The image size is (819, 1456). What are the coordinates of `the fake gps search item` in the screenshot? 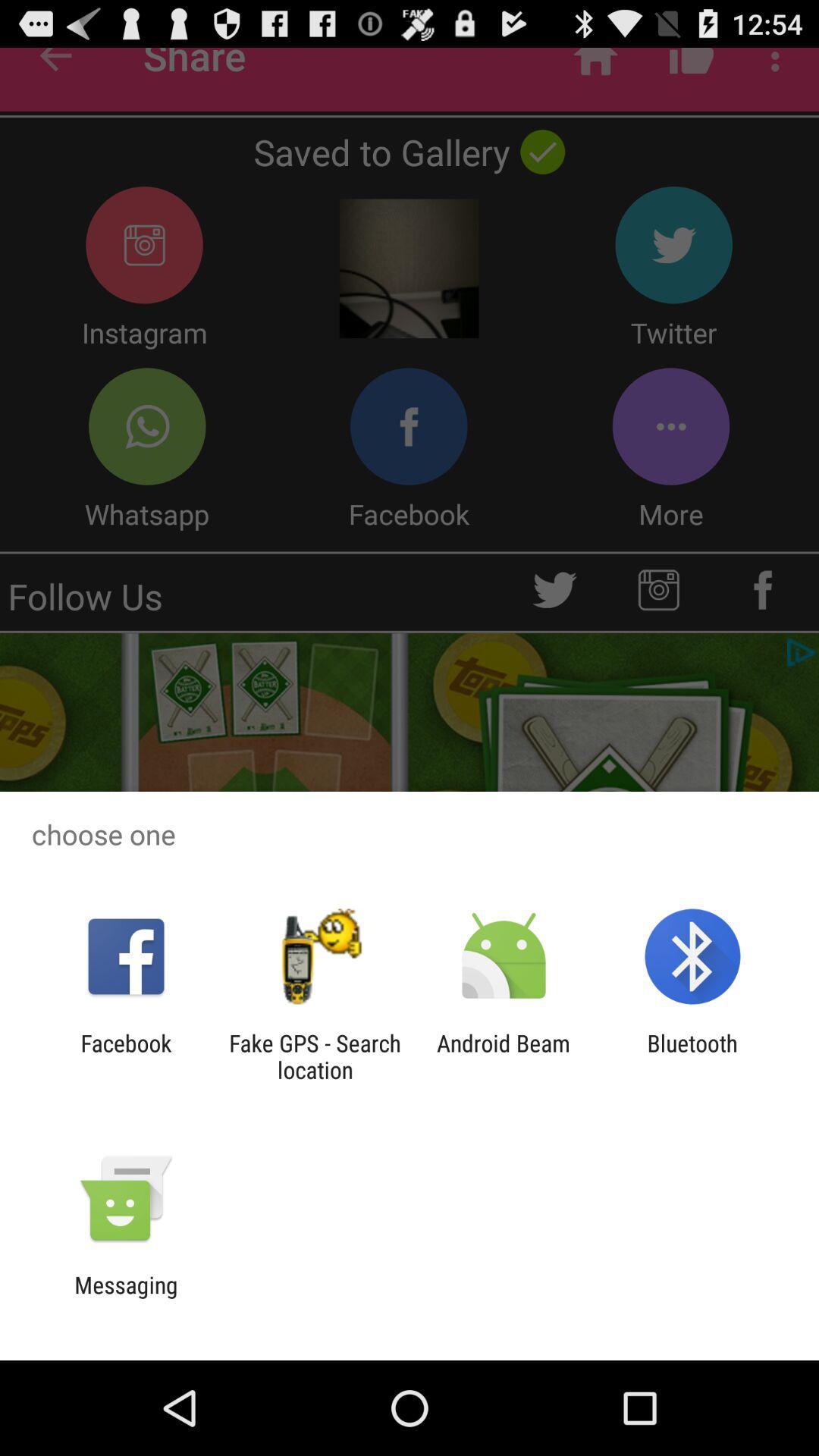 It's located at (314, 1056).